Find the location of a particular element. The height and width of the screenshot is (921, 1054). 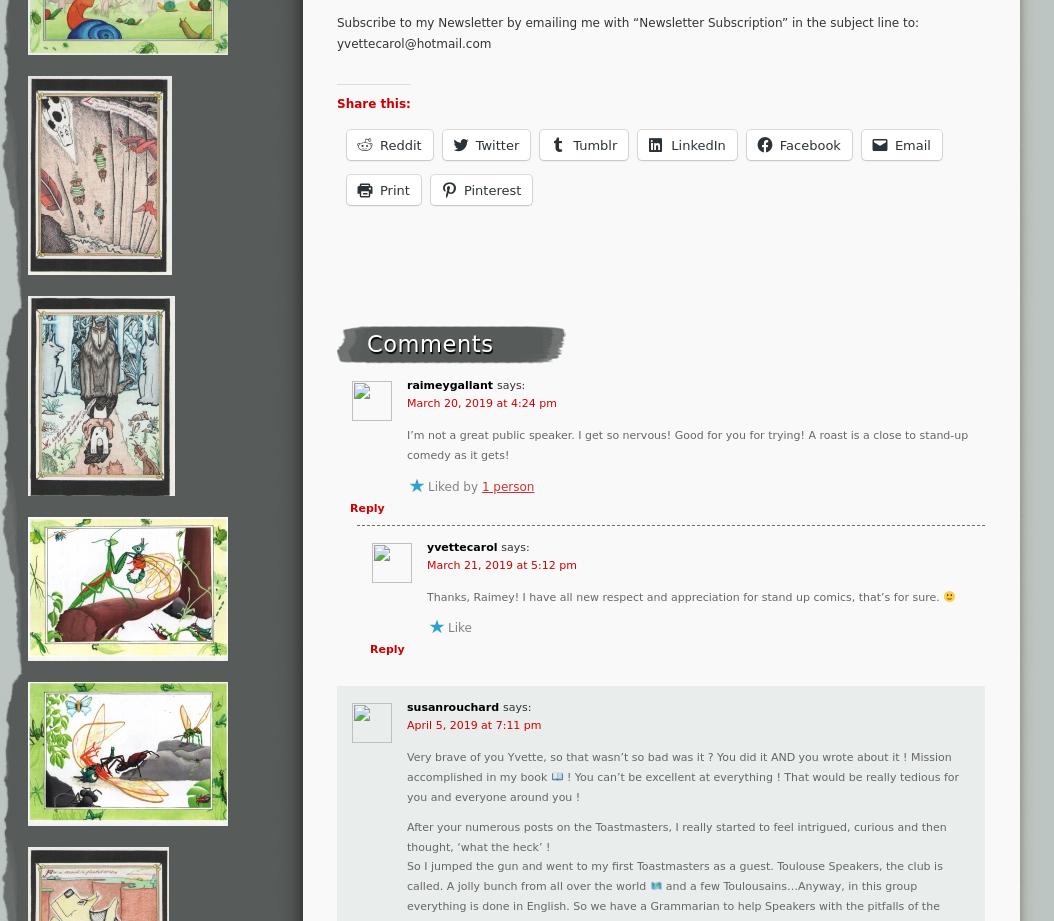

'Very brave of you Yvette, so that wasn’t so bad was it ? You did it AND you wrote about it ! Mission accomplished in my book' is located at coordinates (678, 767).